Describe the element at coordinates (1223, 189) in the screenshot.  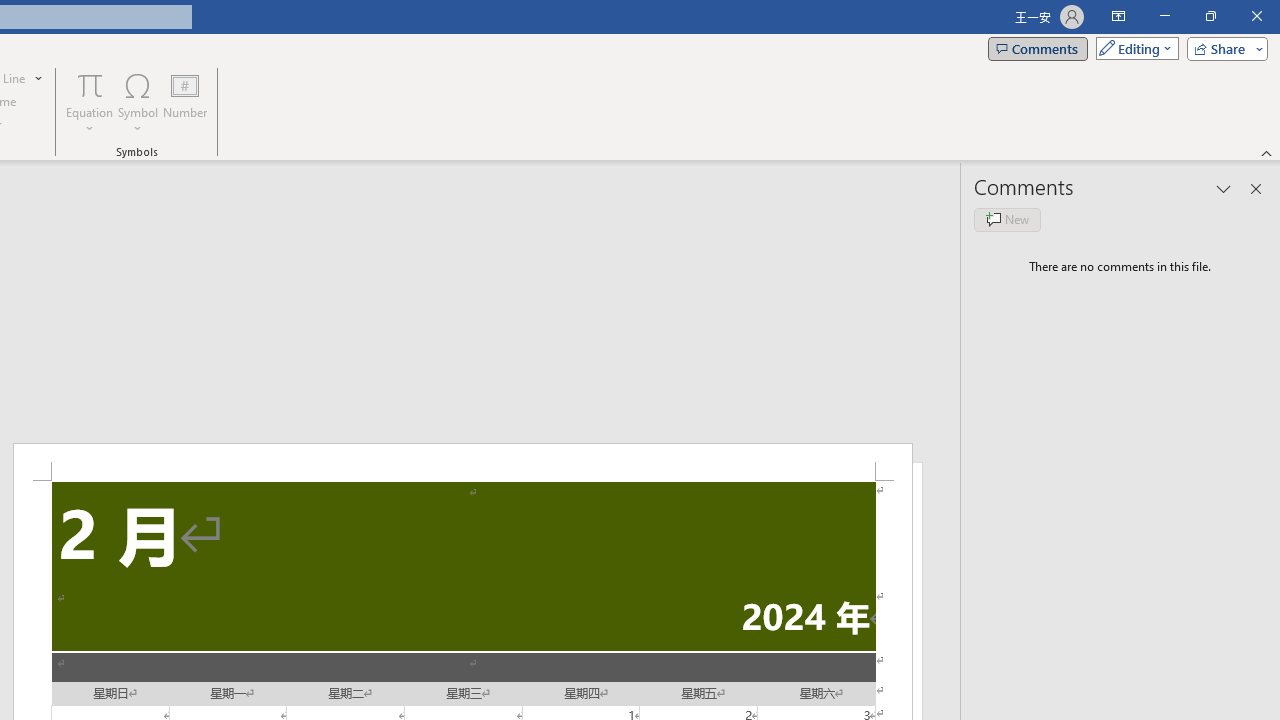
I see `'Task Pane Options'` at that location.